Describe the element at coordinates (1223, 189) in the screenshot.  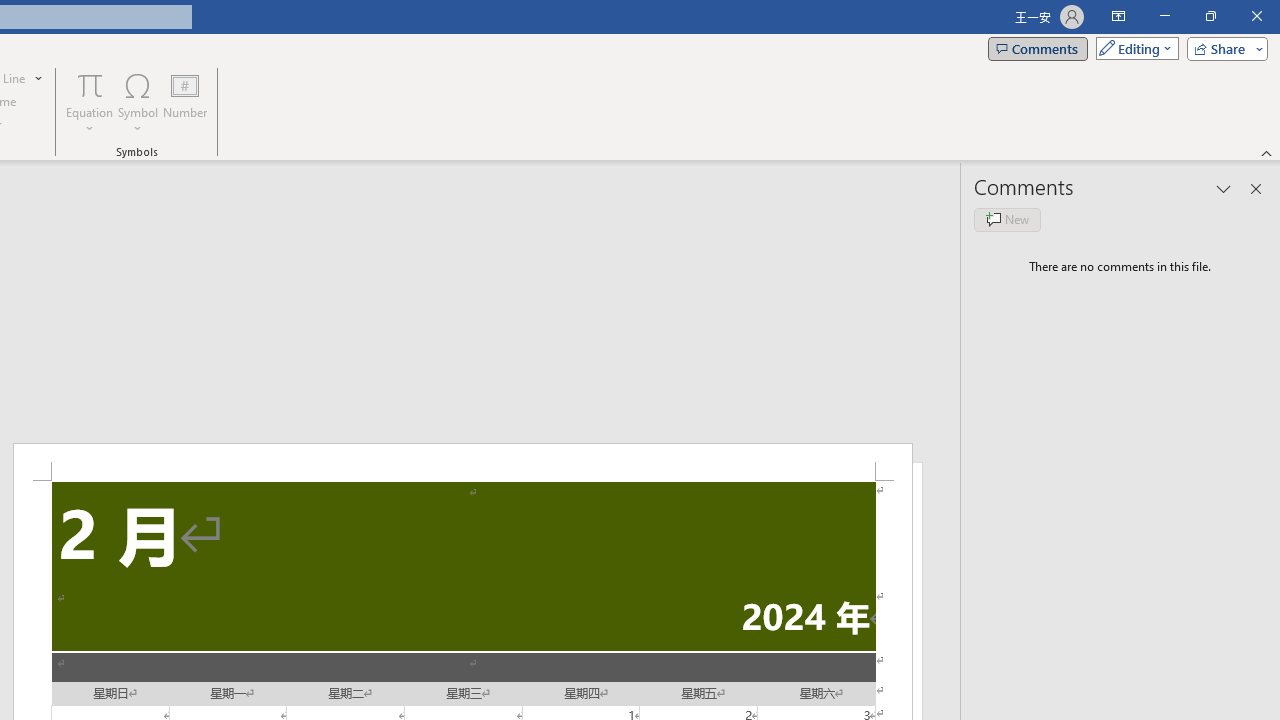
I see `'Task Pane Options'` at that location.